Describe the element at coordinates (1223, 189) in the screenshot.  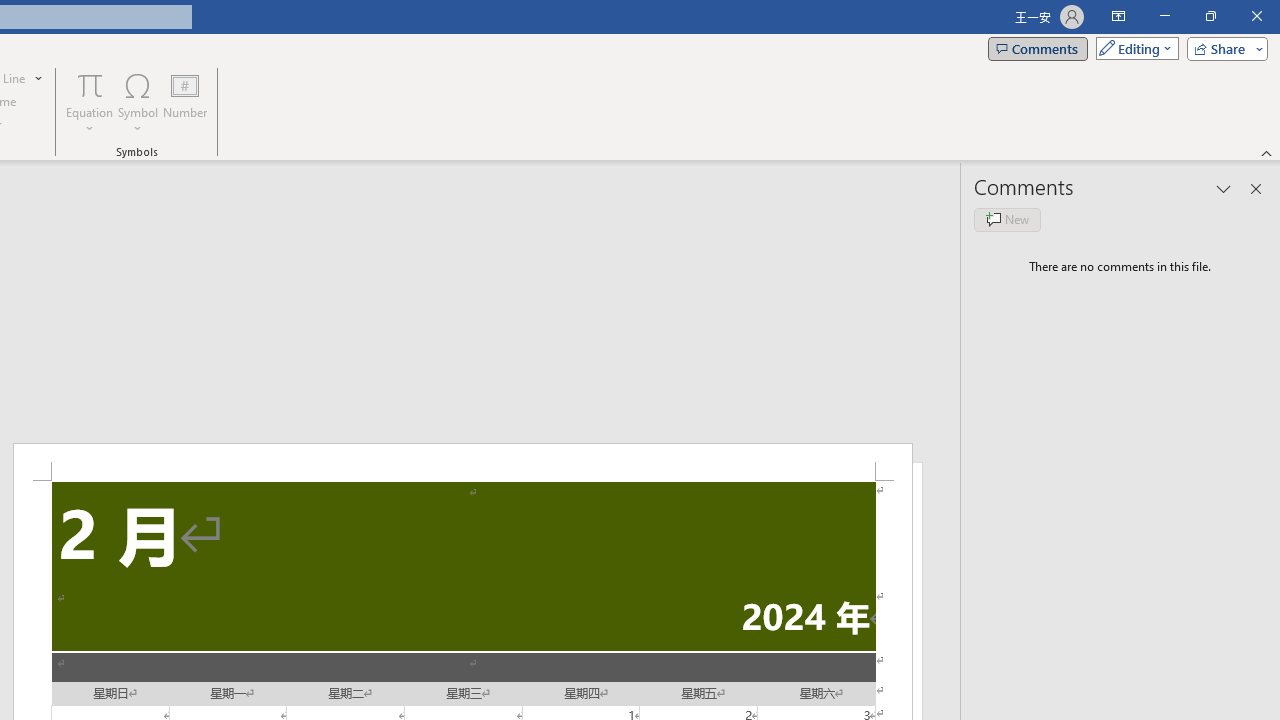
I see `'Task Pane Options'` at that location.